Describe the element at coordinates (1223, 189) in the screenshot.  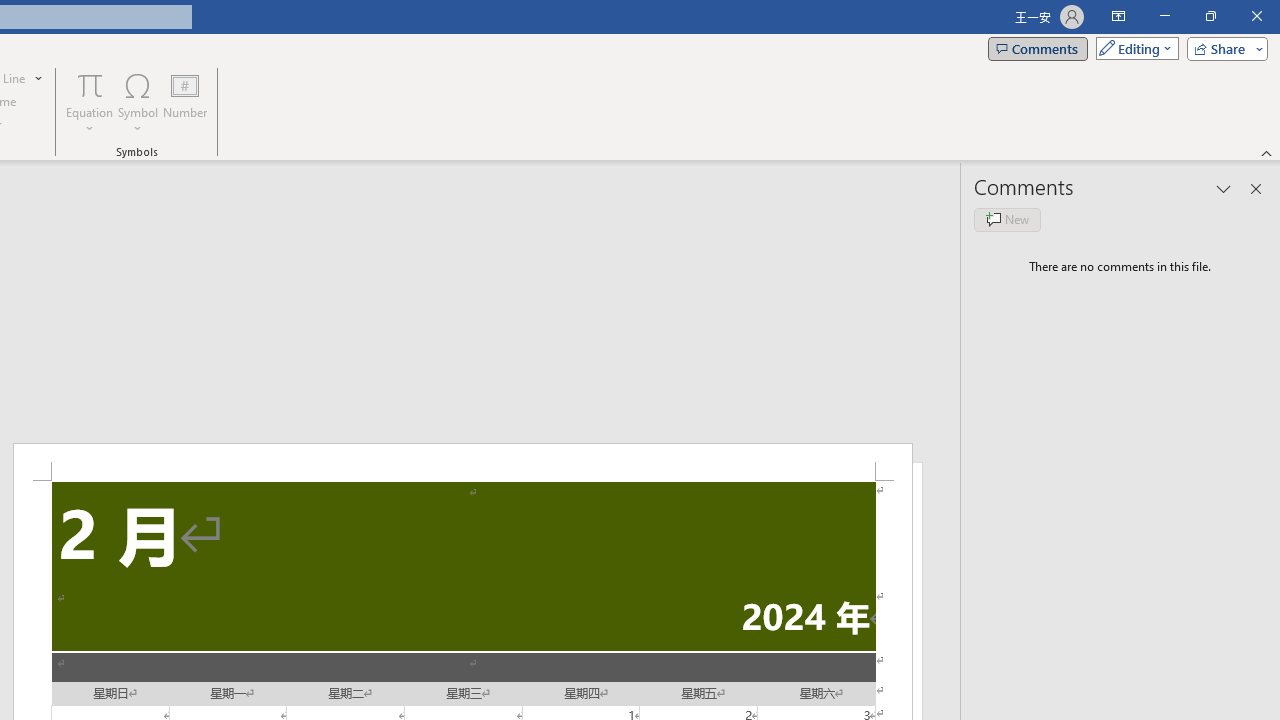
I see `'Task Pane Options'` at that location.